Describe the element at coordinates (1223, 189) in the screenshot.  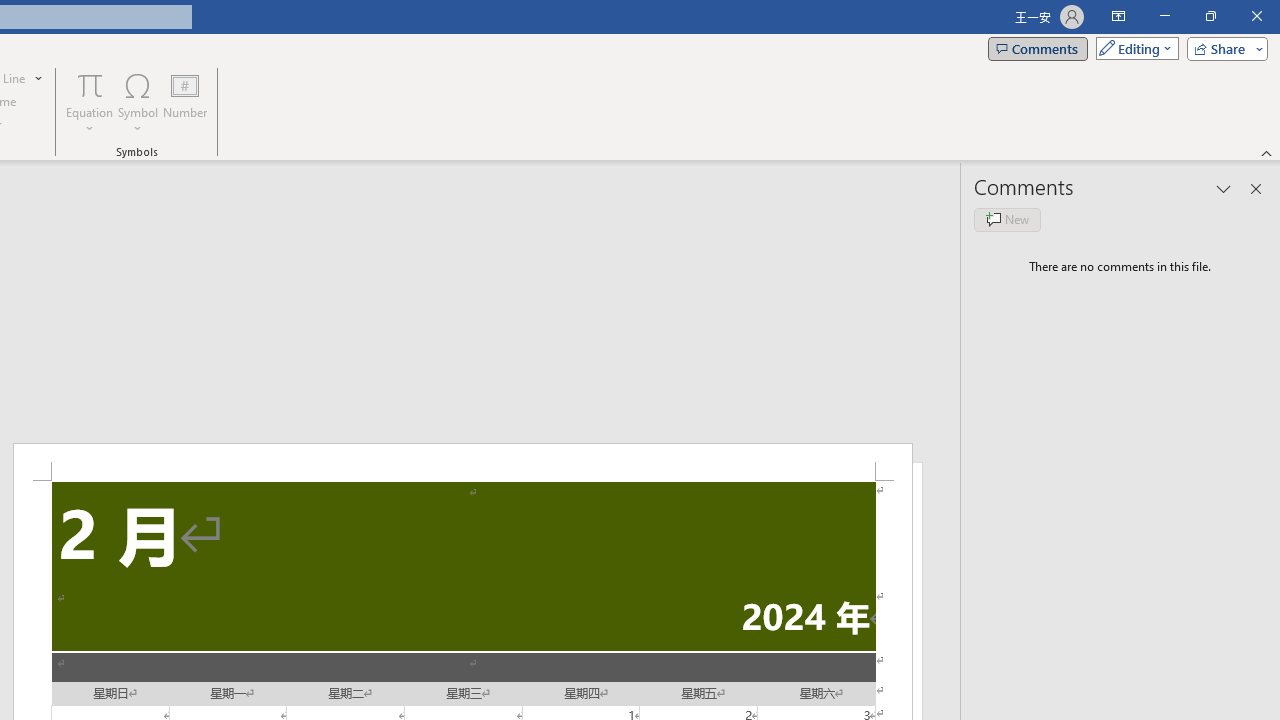
I see `'Task Pane Options'` at that location.